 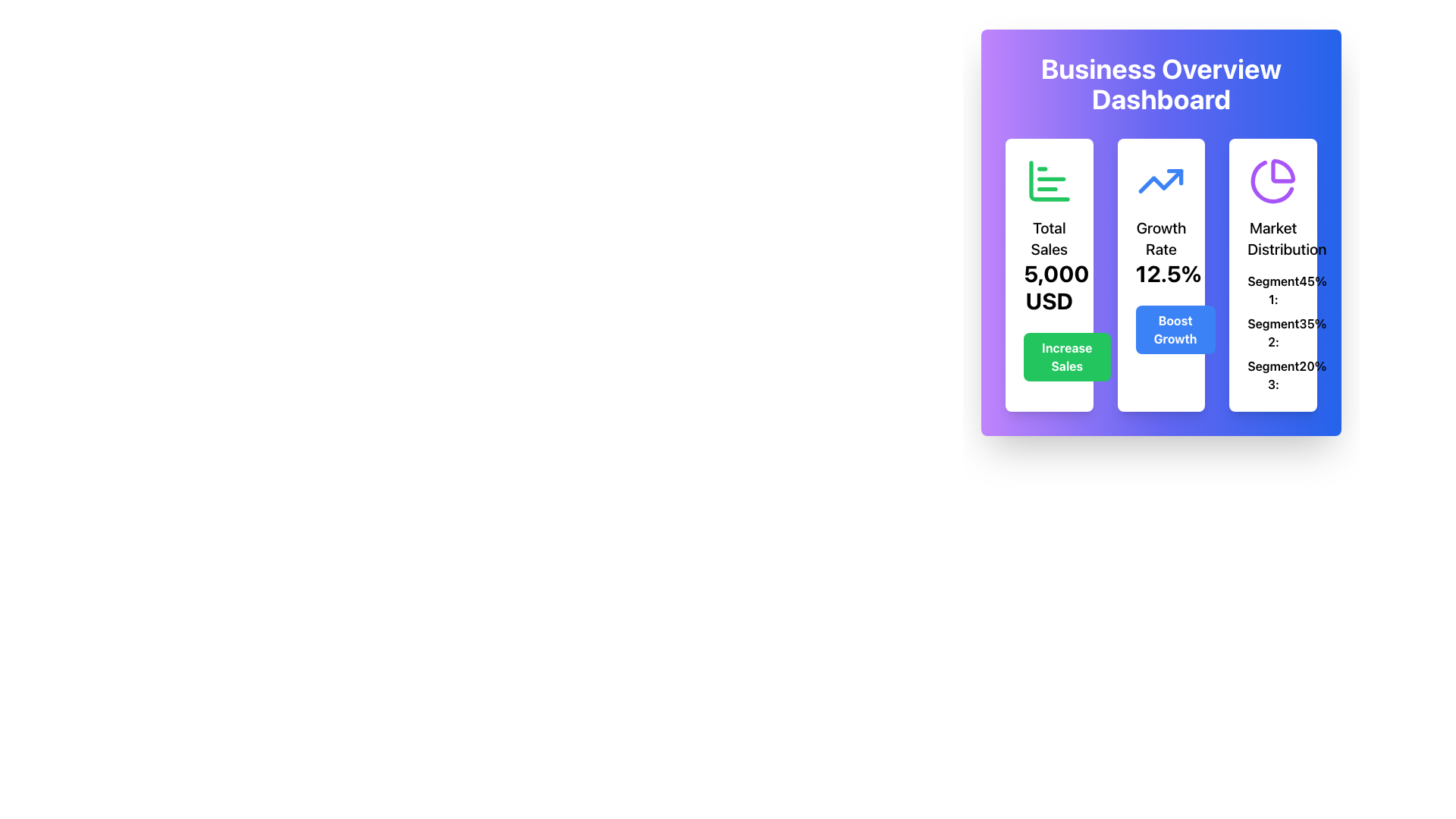 I want to click on the actionable button located below the 'Total Sales' text and '5,000 USD' value, so click(x=1066, y=356).